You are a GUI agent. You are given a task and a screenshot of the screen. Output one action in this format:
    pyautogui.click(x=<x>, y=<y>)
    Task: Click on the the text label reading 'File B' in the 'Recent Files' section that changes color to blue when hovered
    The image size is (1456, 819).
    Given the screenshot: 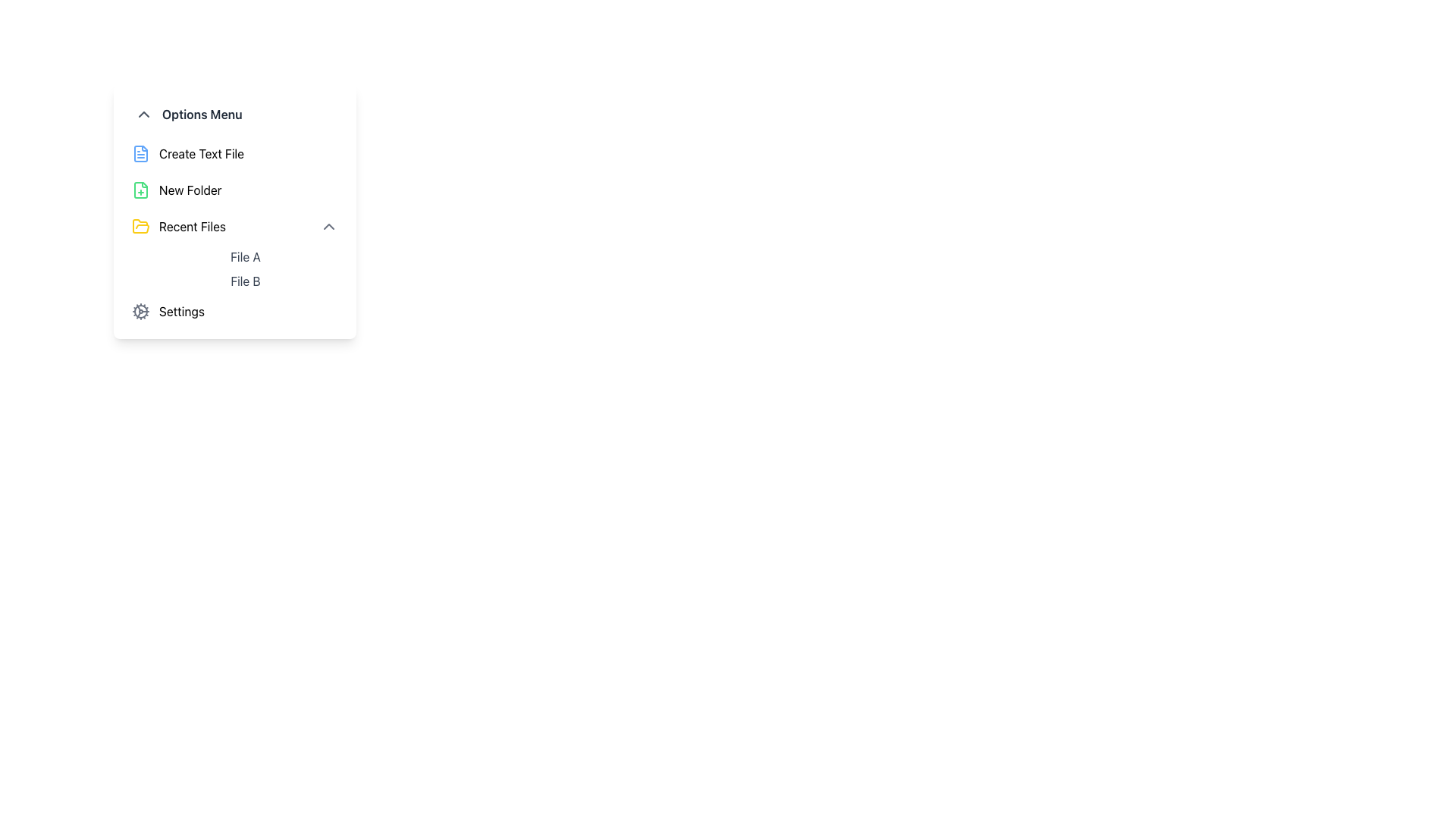 What is the action you would take?
    pyautogui.click(x=246, y=281)
    